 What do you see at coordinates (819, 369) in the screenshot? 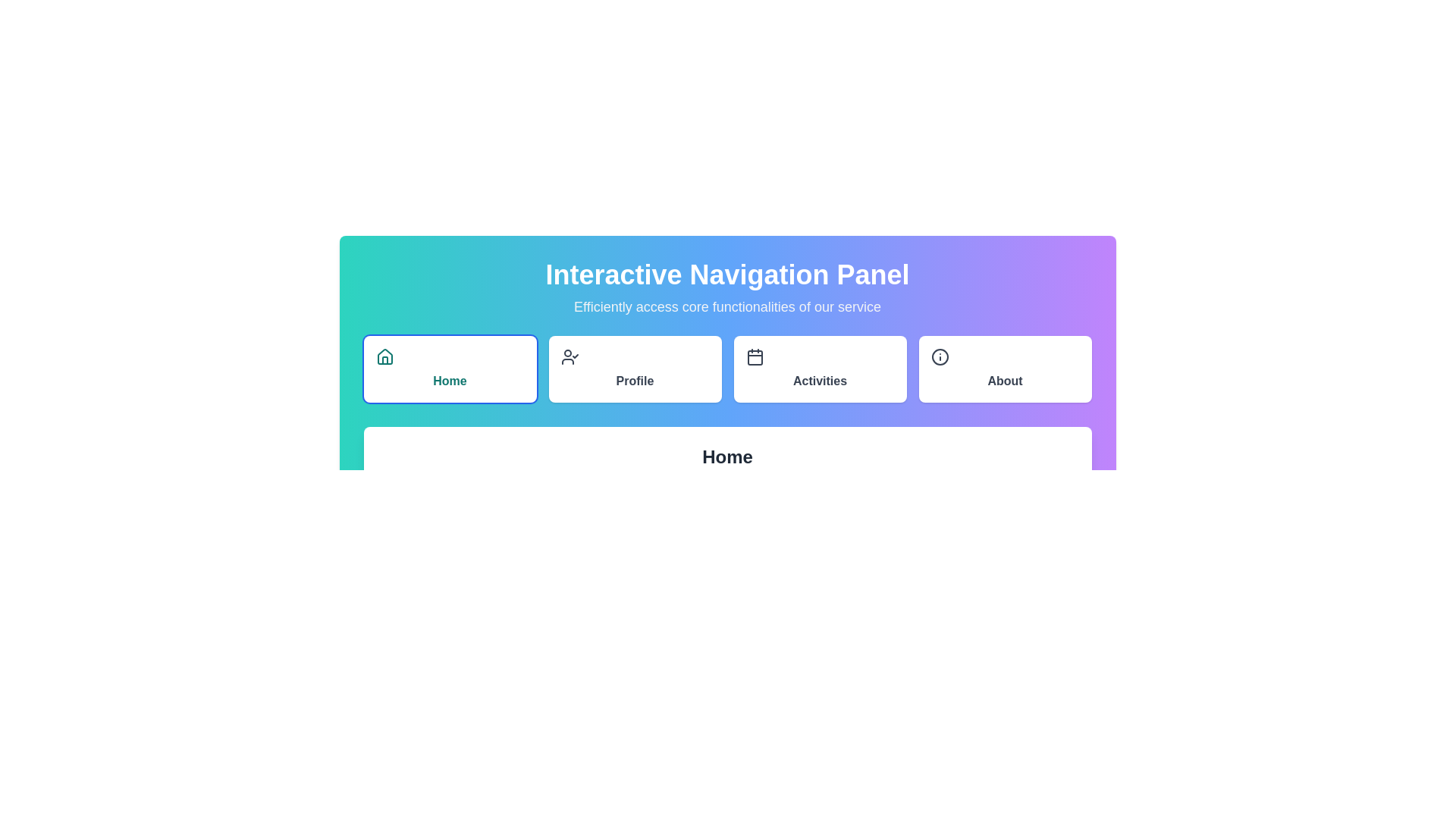
I see `the 'Activities' button, which is a rectangular button with a white background and rounded corners, located in the navigation panel between the 'Profile' and 'About' buttons` at bounding box center [819, 369].